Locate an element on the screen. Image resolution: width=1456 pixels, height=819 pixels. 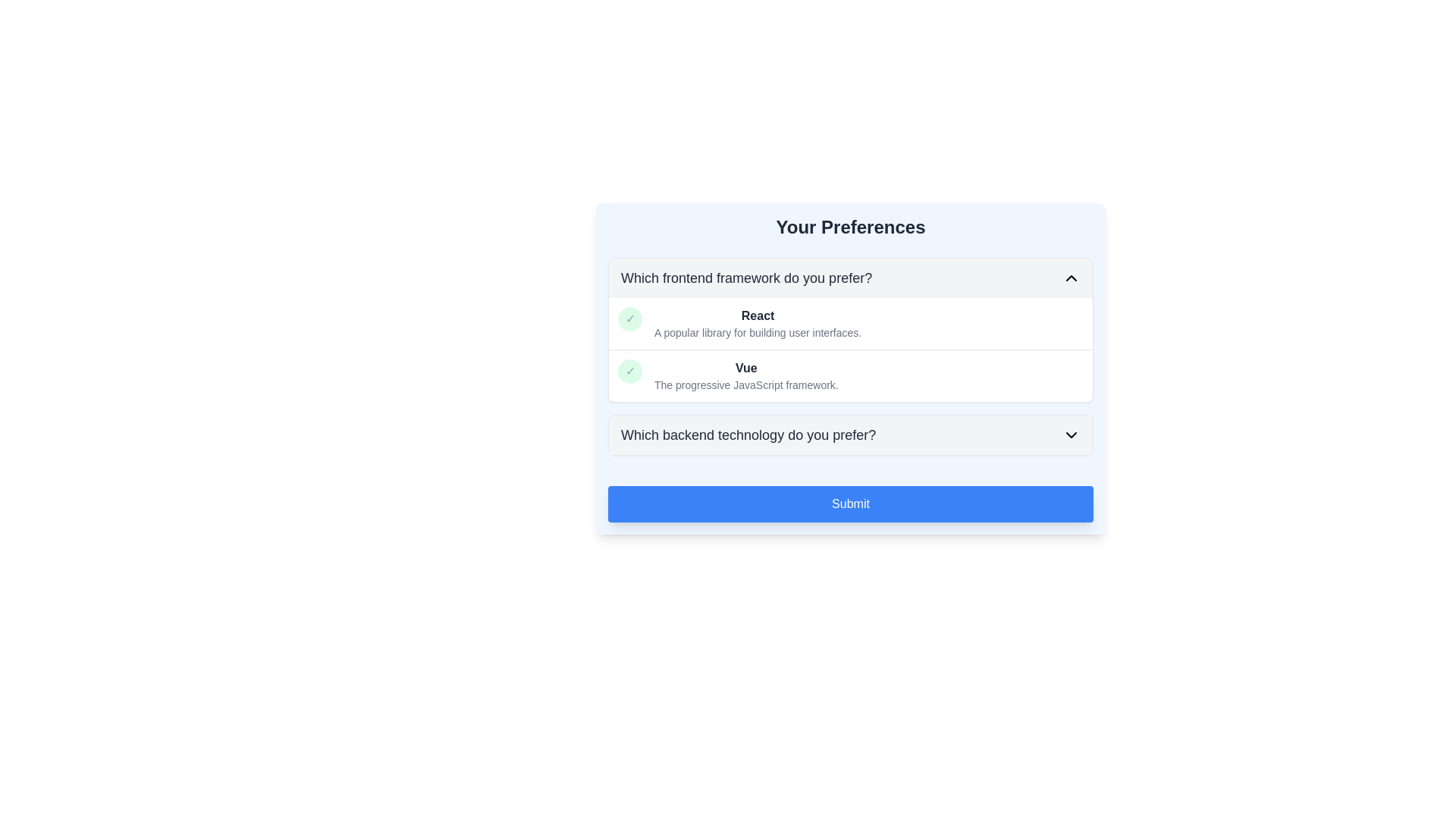
the descriptive text element located beneath the 'React' option, which provides additional information about it is located at coordinates (758, 332).